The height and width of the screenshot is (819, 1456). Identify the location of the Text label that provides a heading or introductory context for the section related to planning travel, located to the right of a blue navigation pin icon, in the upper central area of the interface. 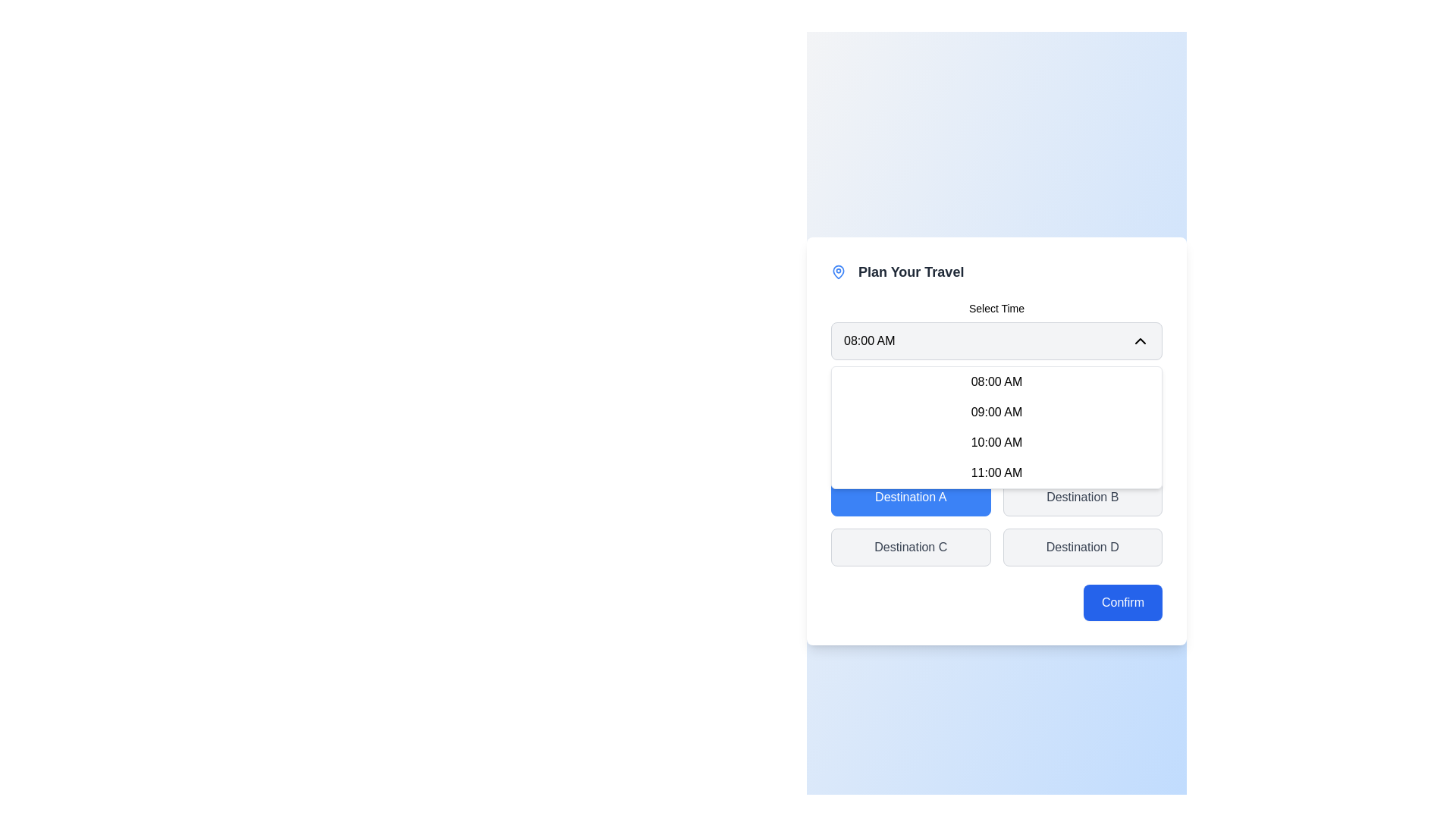
(910, 271).